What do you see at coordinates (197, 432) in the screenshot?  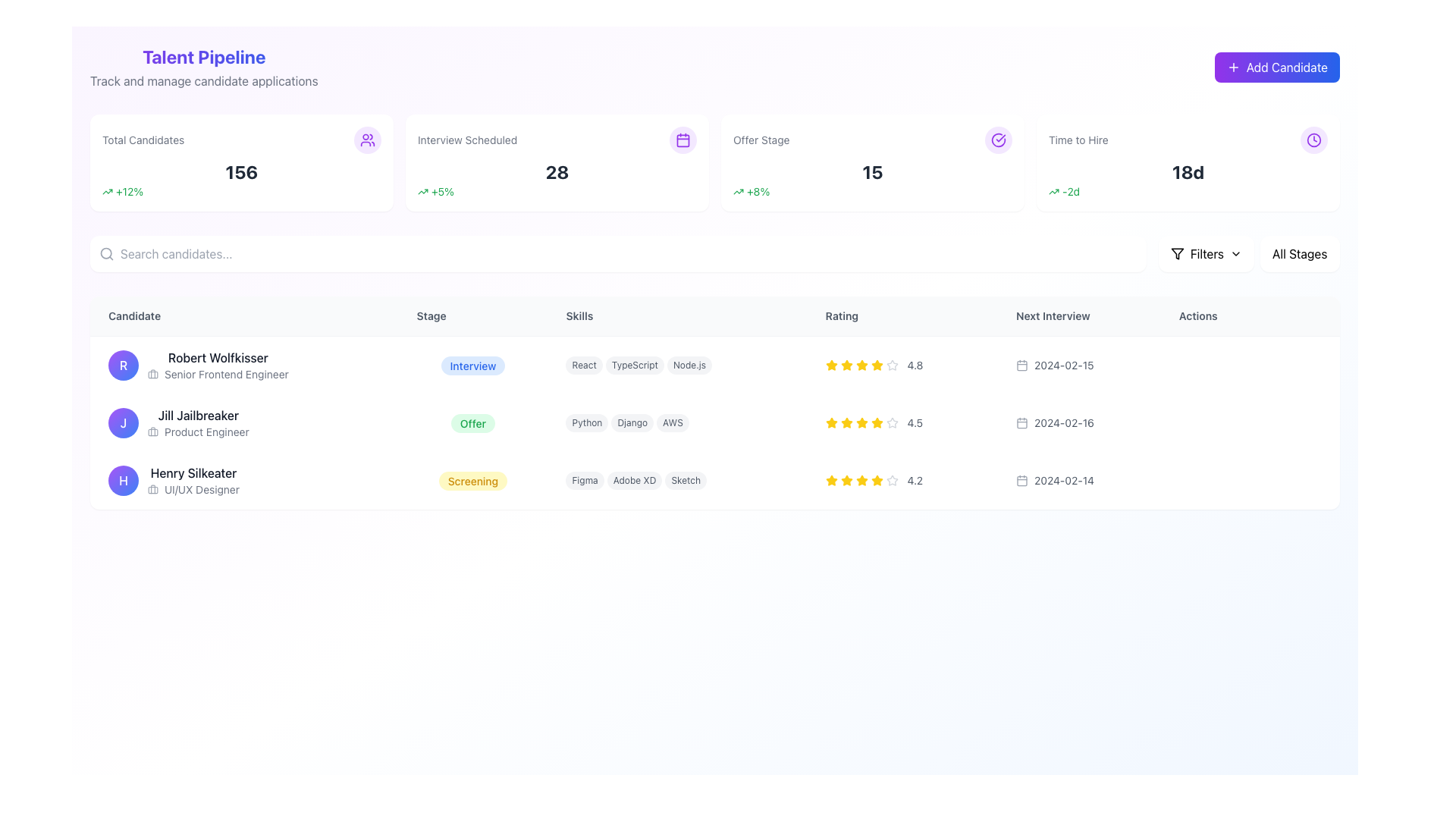 I see `the labeled text indicating the job title of candidate 'Jill Jailbreaker', which is located in the second row of the 'Candidate' column in a tabular format, directly below the candidate's name` at bounding box center [197, 432].